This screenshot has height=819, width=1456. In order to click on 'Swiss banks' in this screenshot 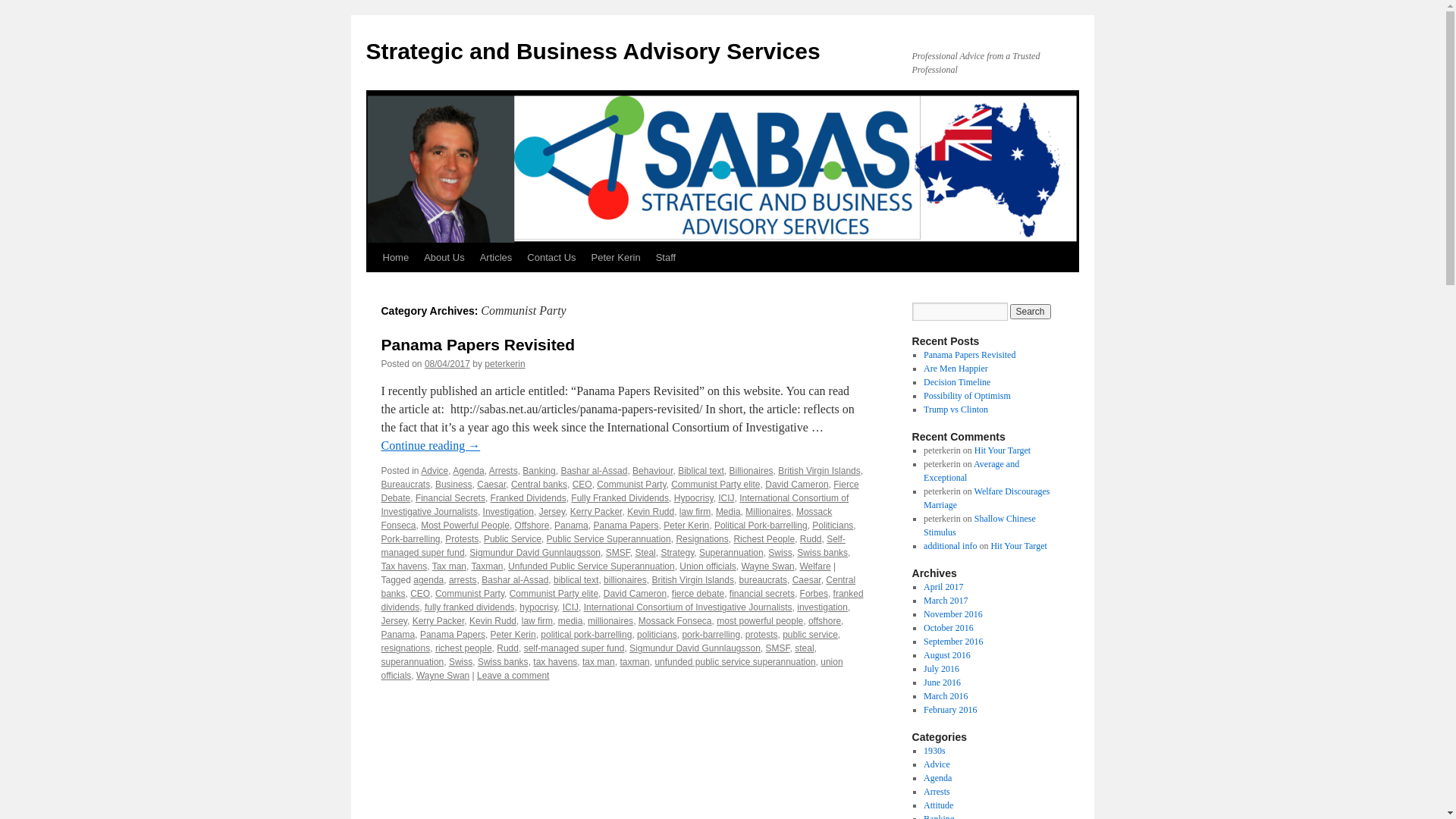, I will do `click(503, 661)`.